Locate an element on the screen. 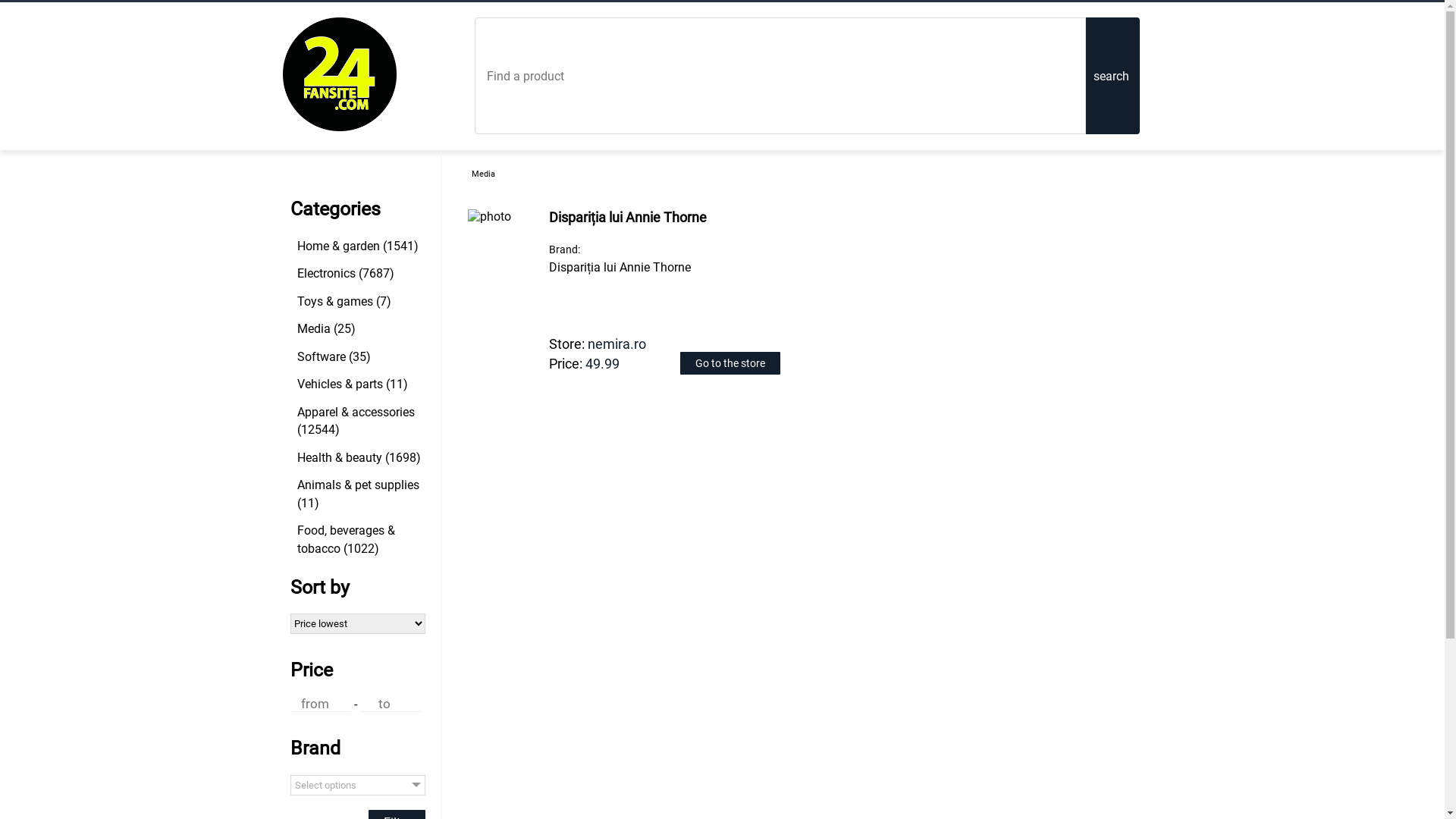 The width and height of the screenshot is (1456, 819). 'Software (35)' is located at coordinates (359, 356).